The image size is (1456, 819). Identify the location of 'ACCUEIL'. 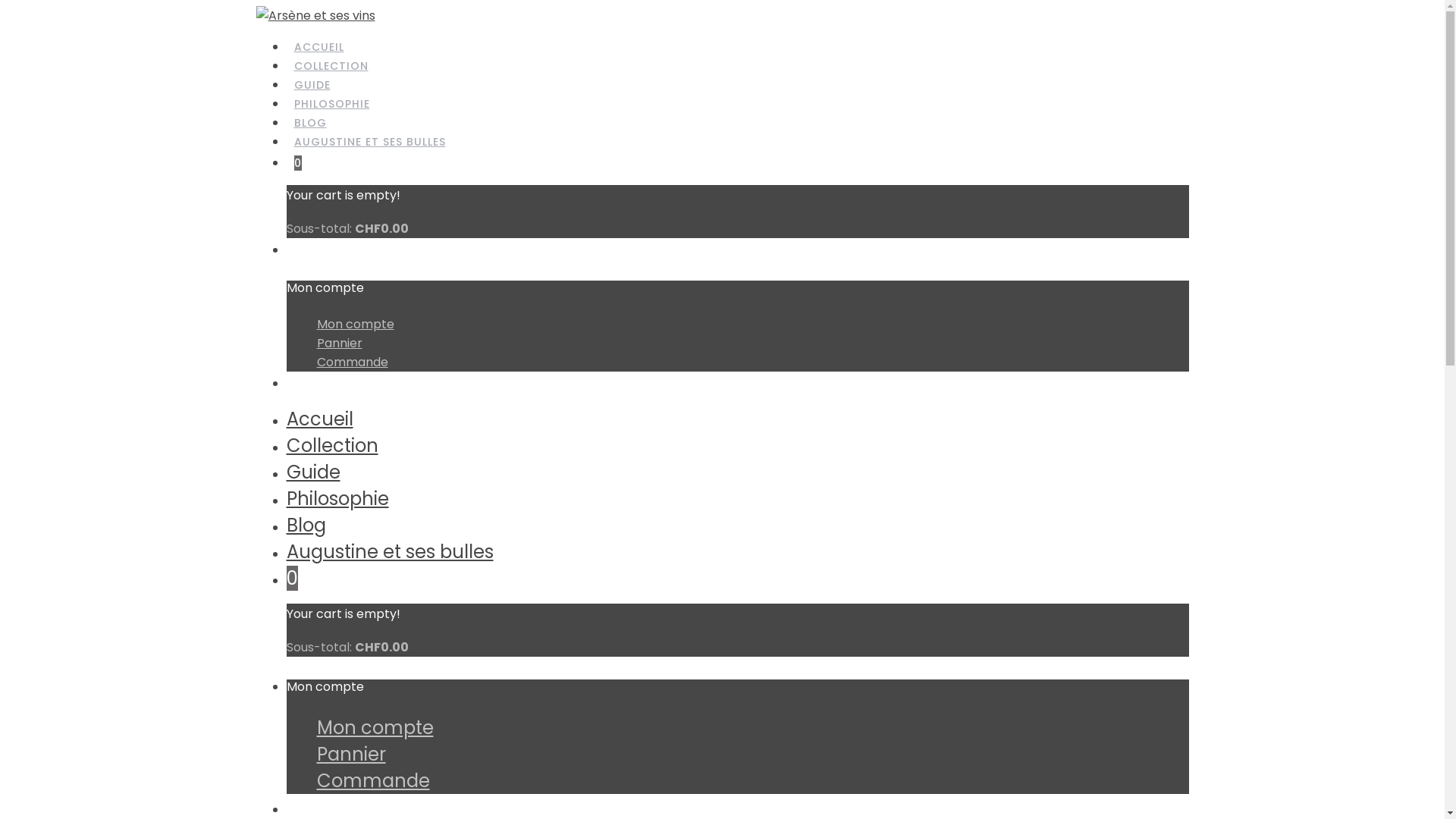
(318, 46).